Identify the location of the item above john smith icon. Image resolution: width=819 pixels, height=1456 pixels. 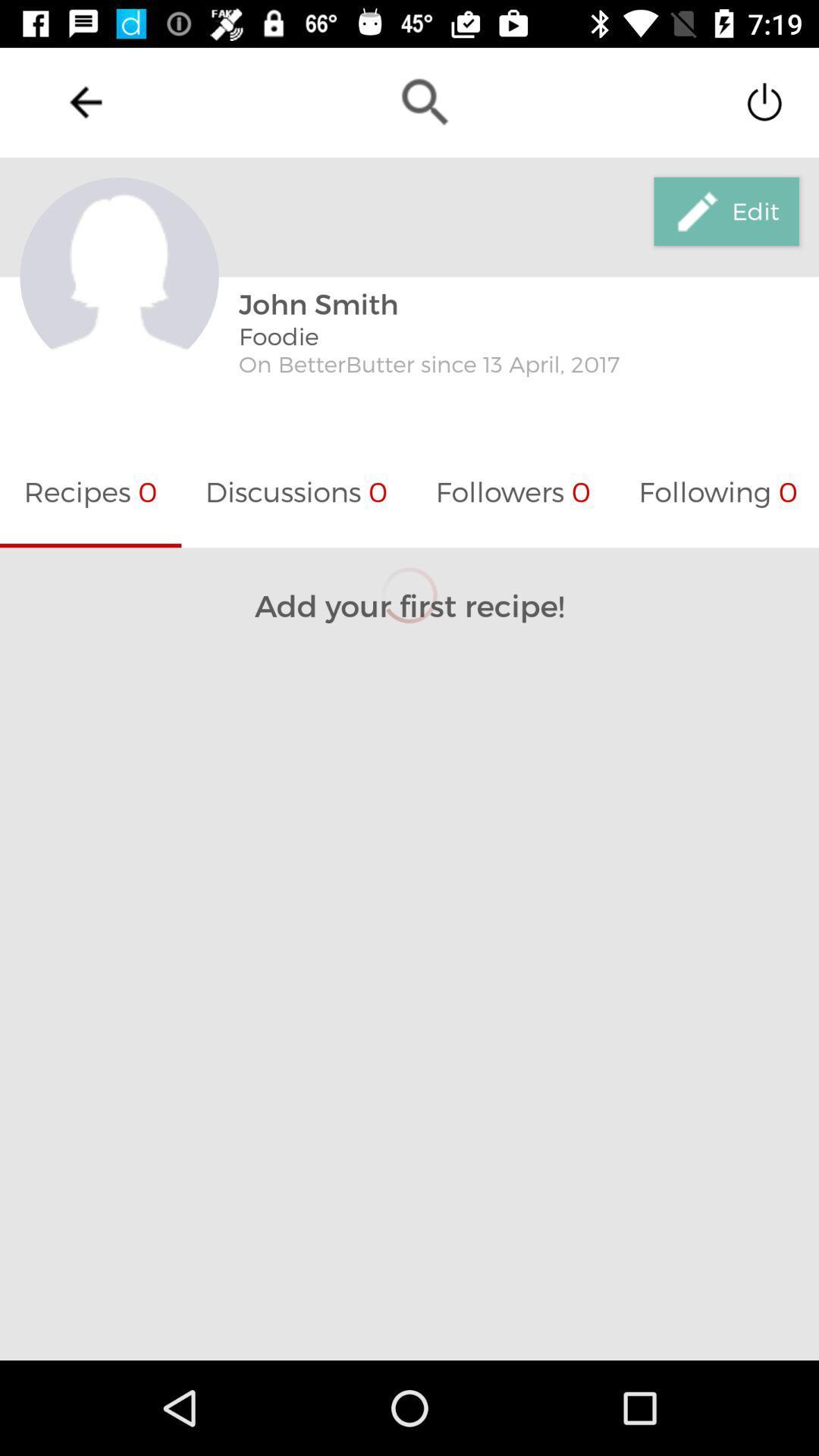
(425, 101).